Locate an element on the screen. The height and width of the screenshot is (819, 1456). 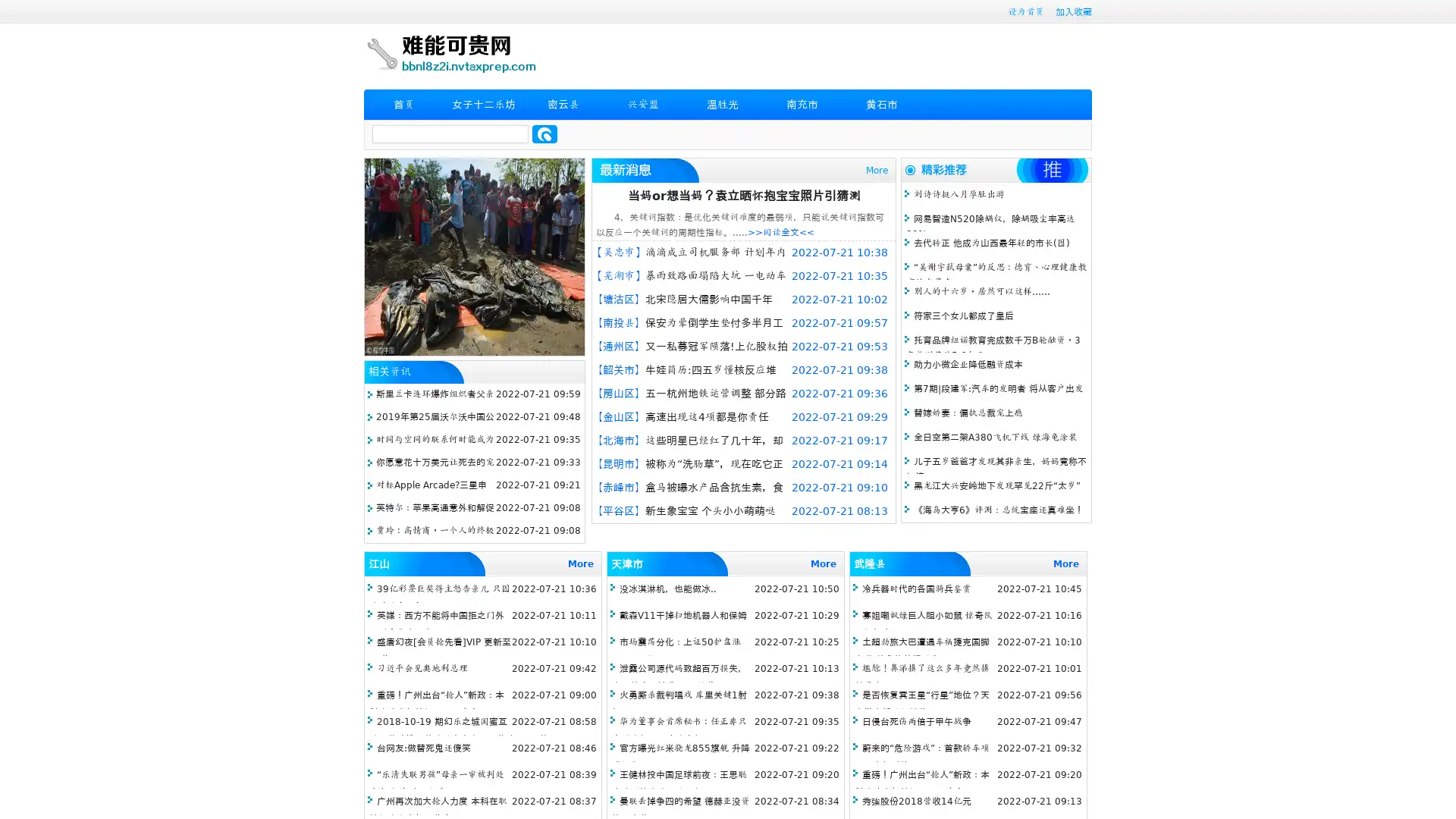
Search is located at coordinates (544, 133).